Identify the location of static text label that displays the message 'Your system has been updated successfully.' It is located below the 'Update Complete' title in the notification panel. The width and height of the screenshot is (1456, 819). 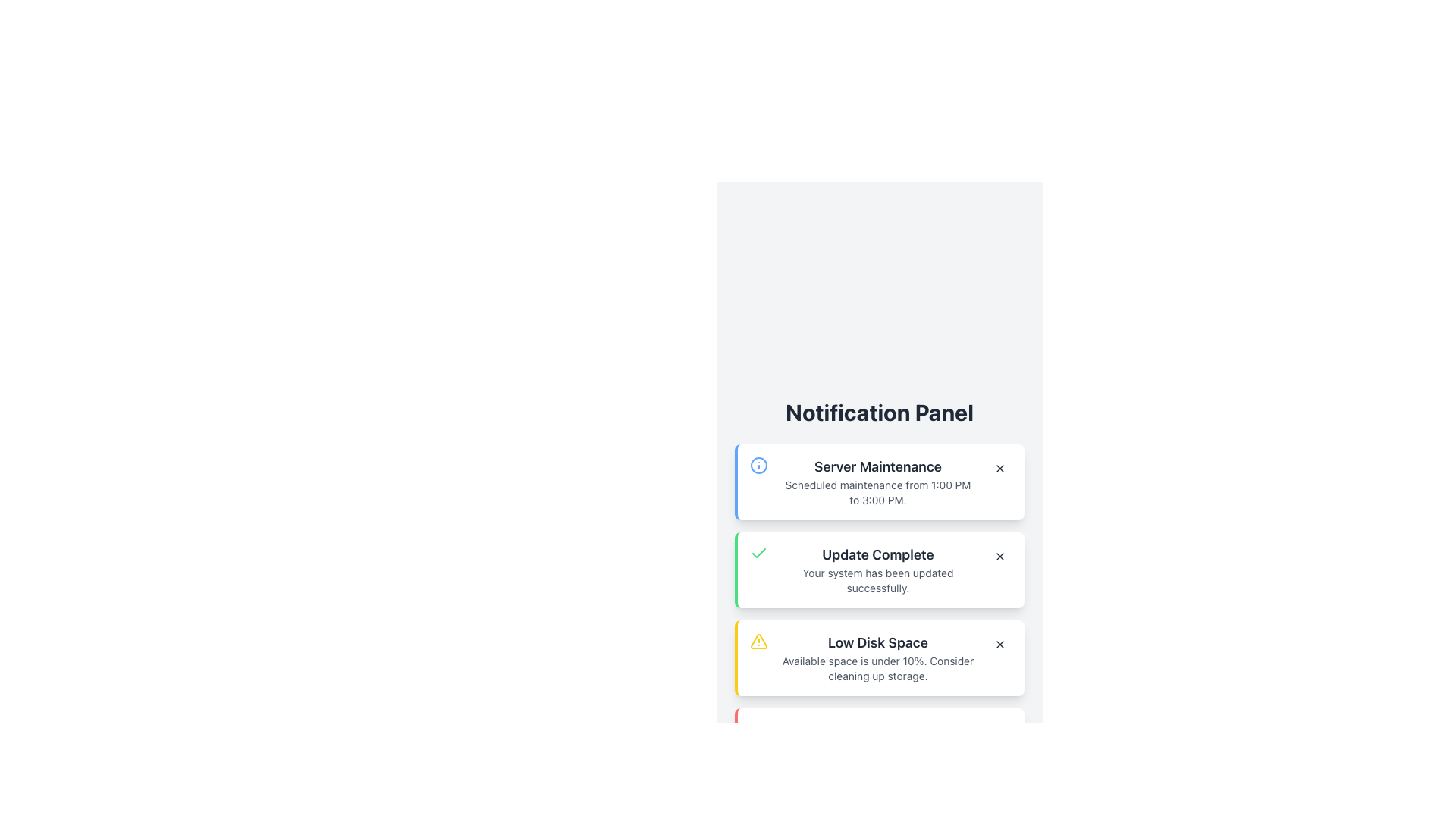
(877, 580).